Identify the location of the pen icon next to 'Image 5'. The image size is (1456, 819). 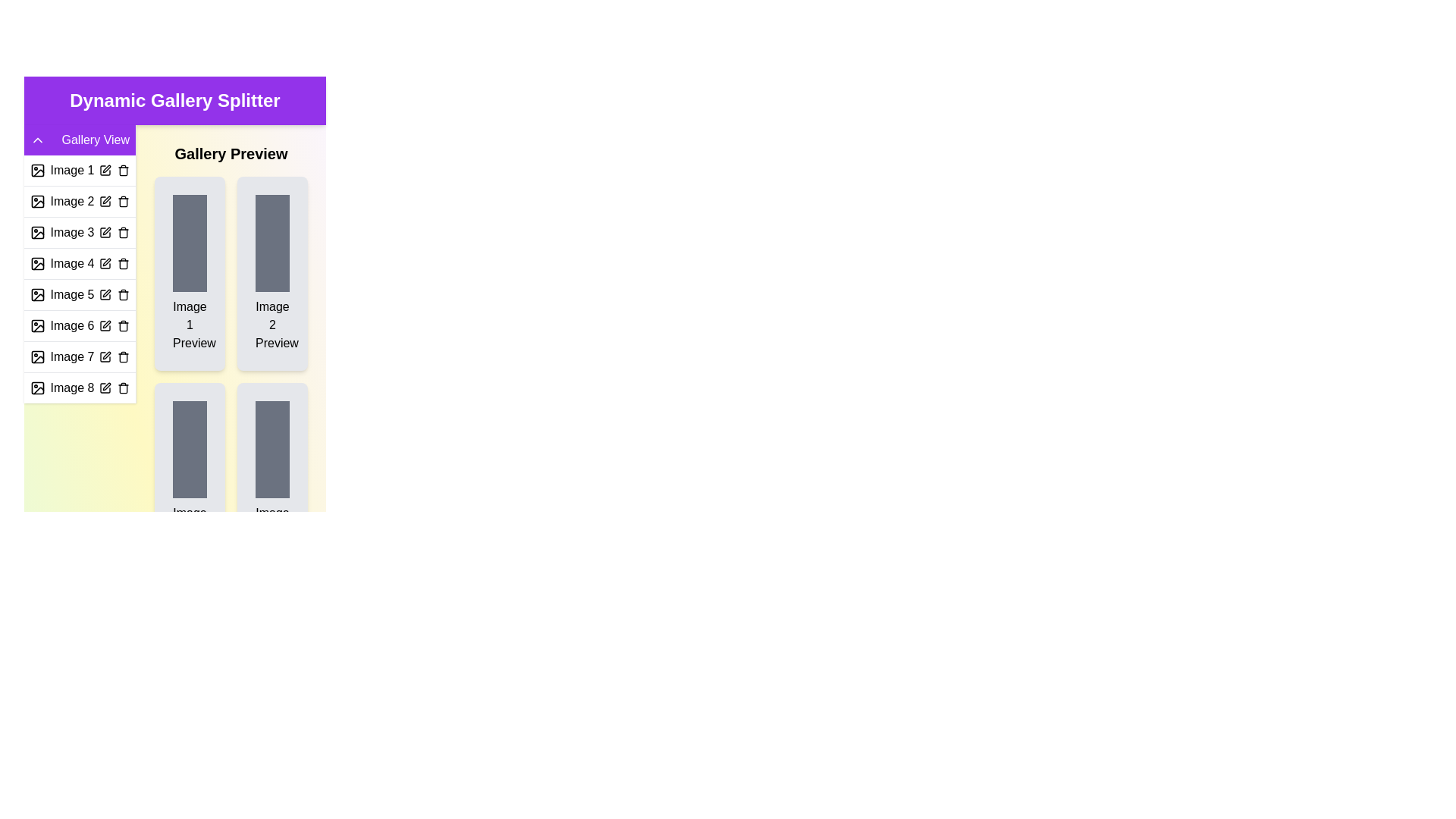
(105, 295).